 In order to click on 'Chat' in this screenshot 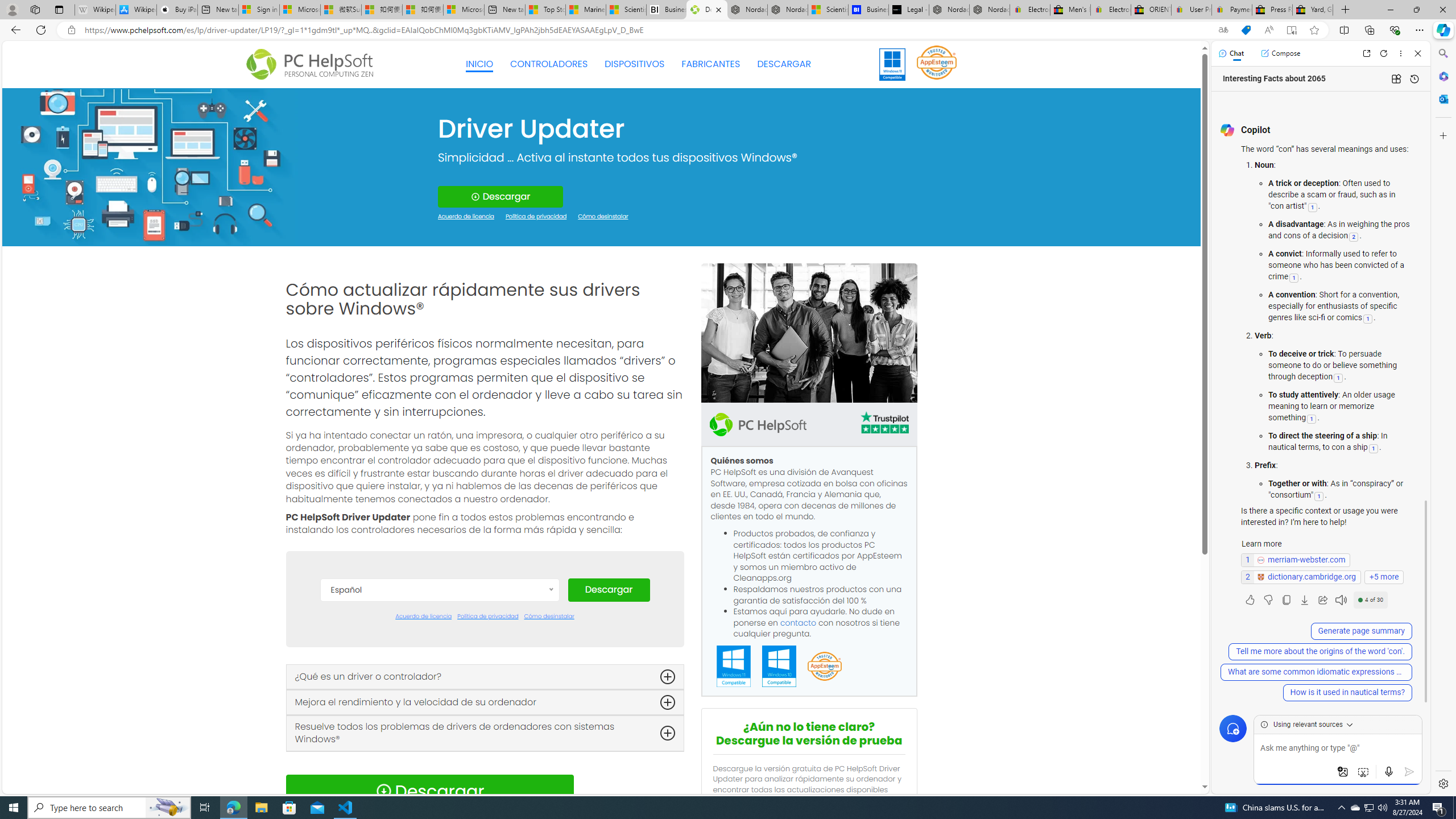, I will do `click(1231, 52)`.